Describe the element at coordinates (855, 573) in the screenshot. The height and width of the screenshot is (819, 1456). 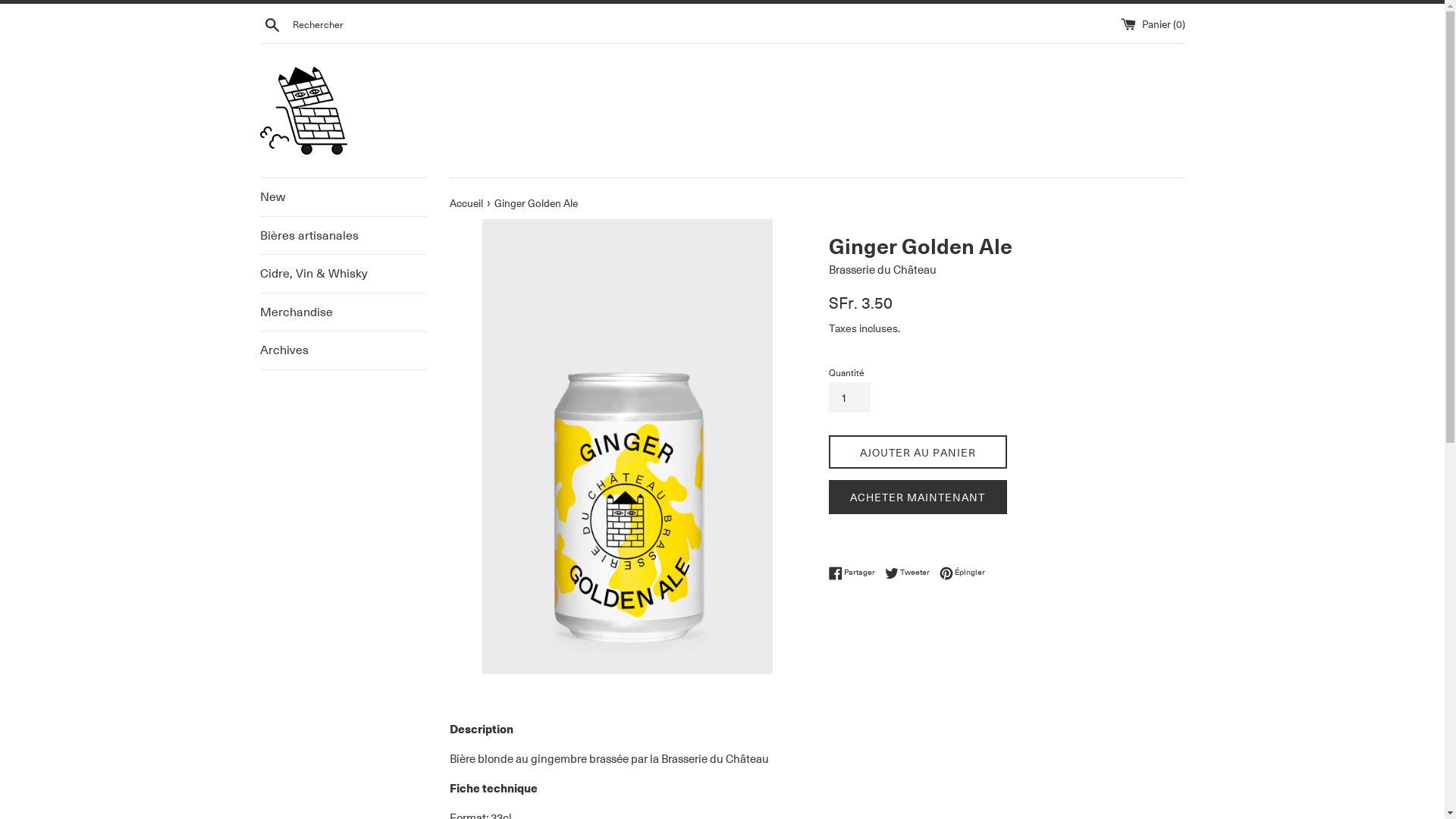
I see `'Partager` at that location.